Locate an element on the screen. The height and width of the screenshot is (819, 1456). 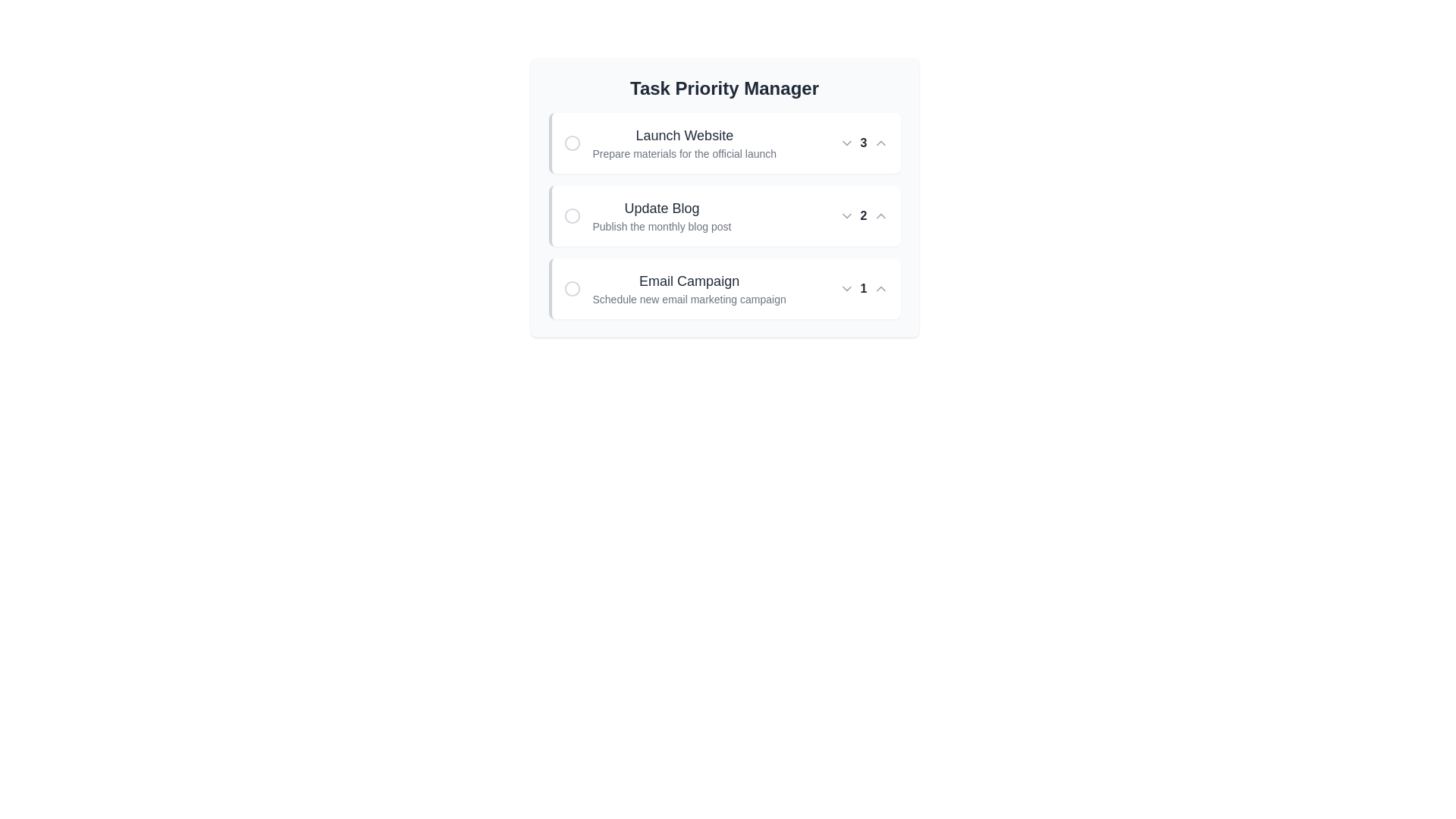
the radio button styled selection indicator located next to the 'Update Blog' entry in the 'Task Priority Manager' section is located at coordinates (571, 216).